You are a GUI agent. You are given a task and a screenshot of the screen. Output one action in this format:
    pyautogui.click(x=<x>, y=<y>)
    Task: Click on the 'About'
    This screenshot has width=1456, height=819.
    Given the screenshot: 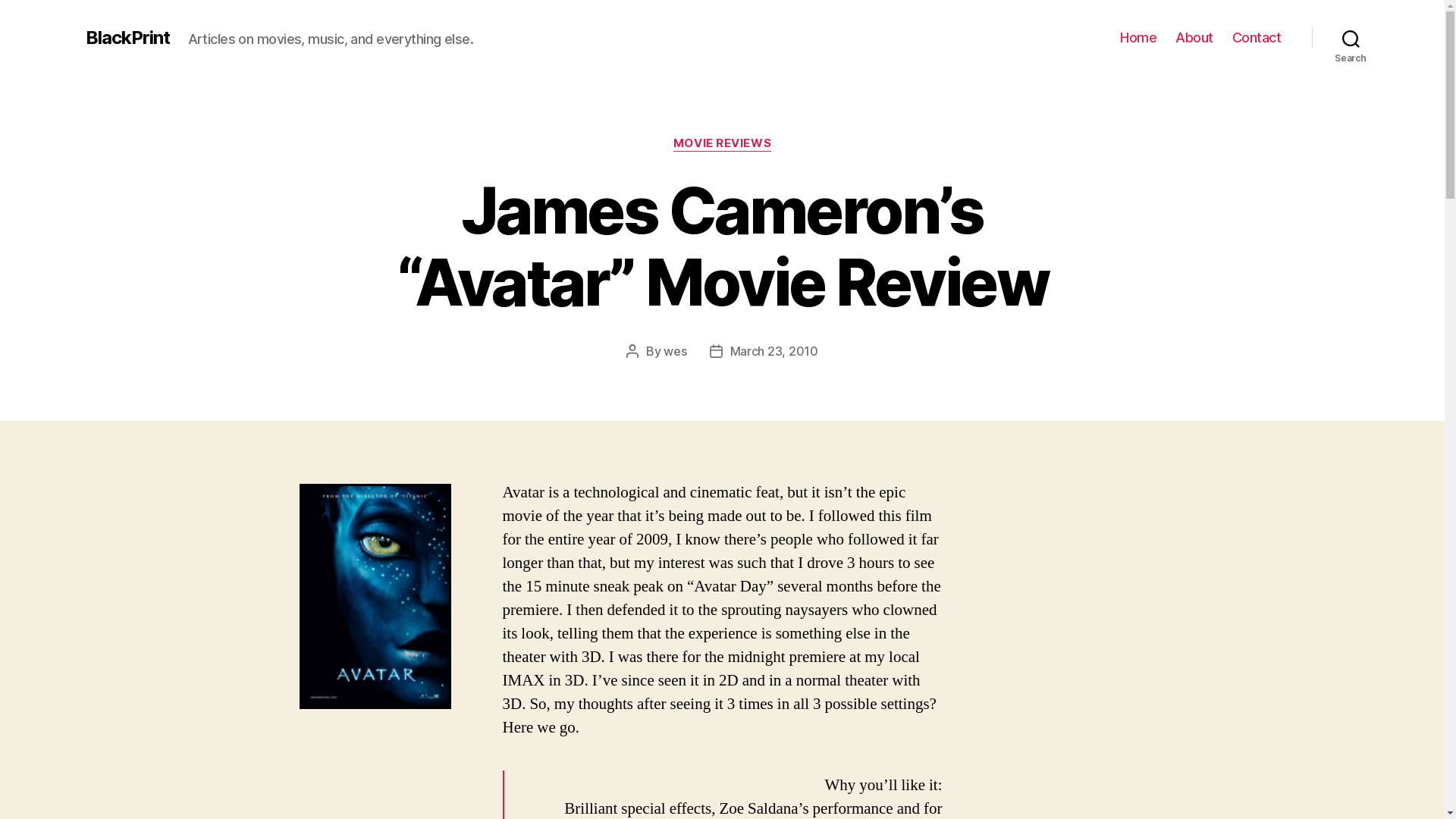 What is the action you would take?
    pyautogui.click(x=1193, y=37)
    